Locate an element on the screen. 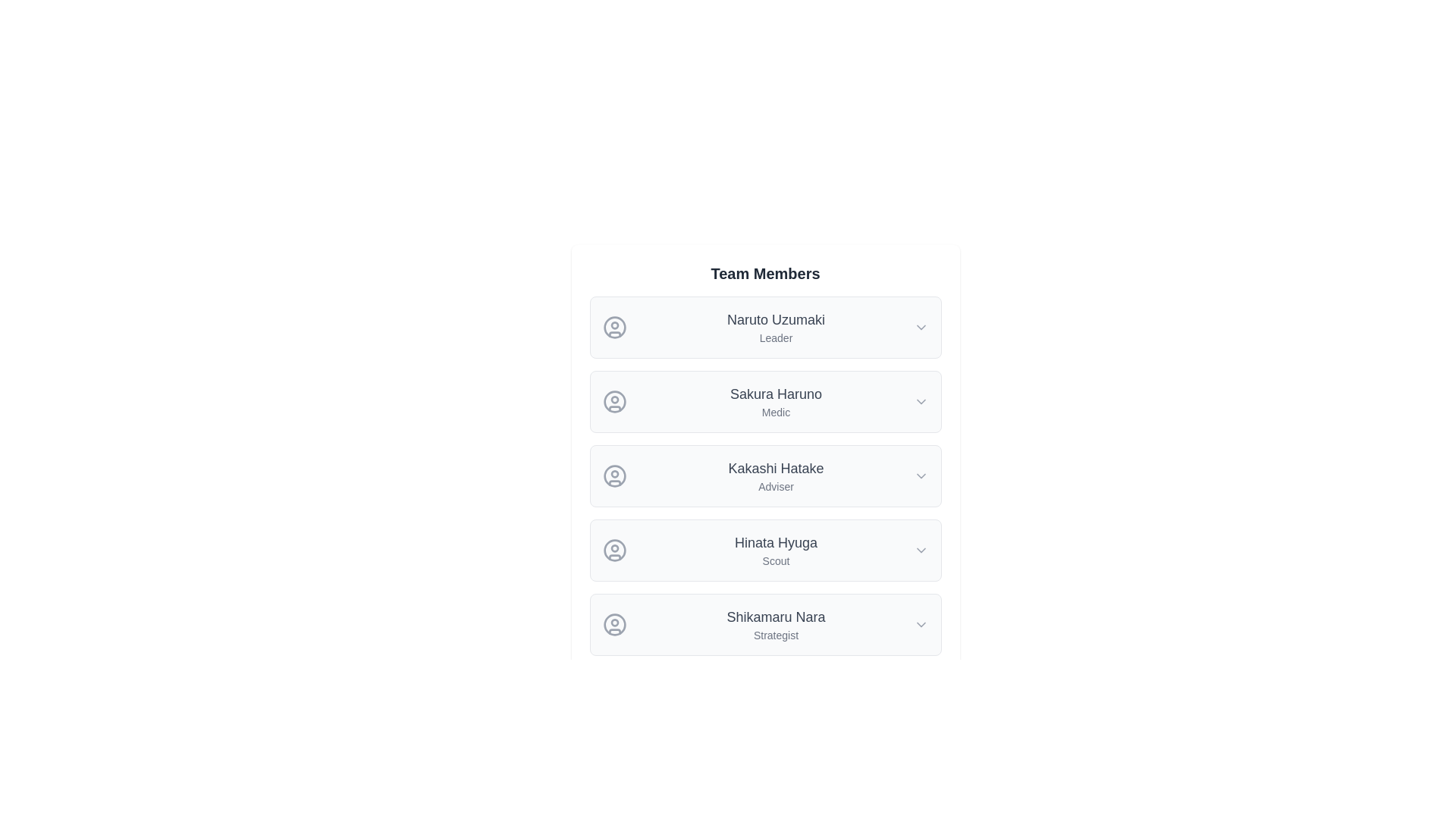  the decorative SVG circle representing the face of the user icon for 'Shikamaru Nara' in the 'Team Members' list, which is the fifth entry in the vertical stack is located at coordinates (614, 625).